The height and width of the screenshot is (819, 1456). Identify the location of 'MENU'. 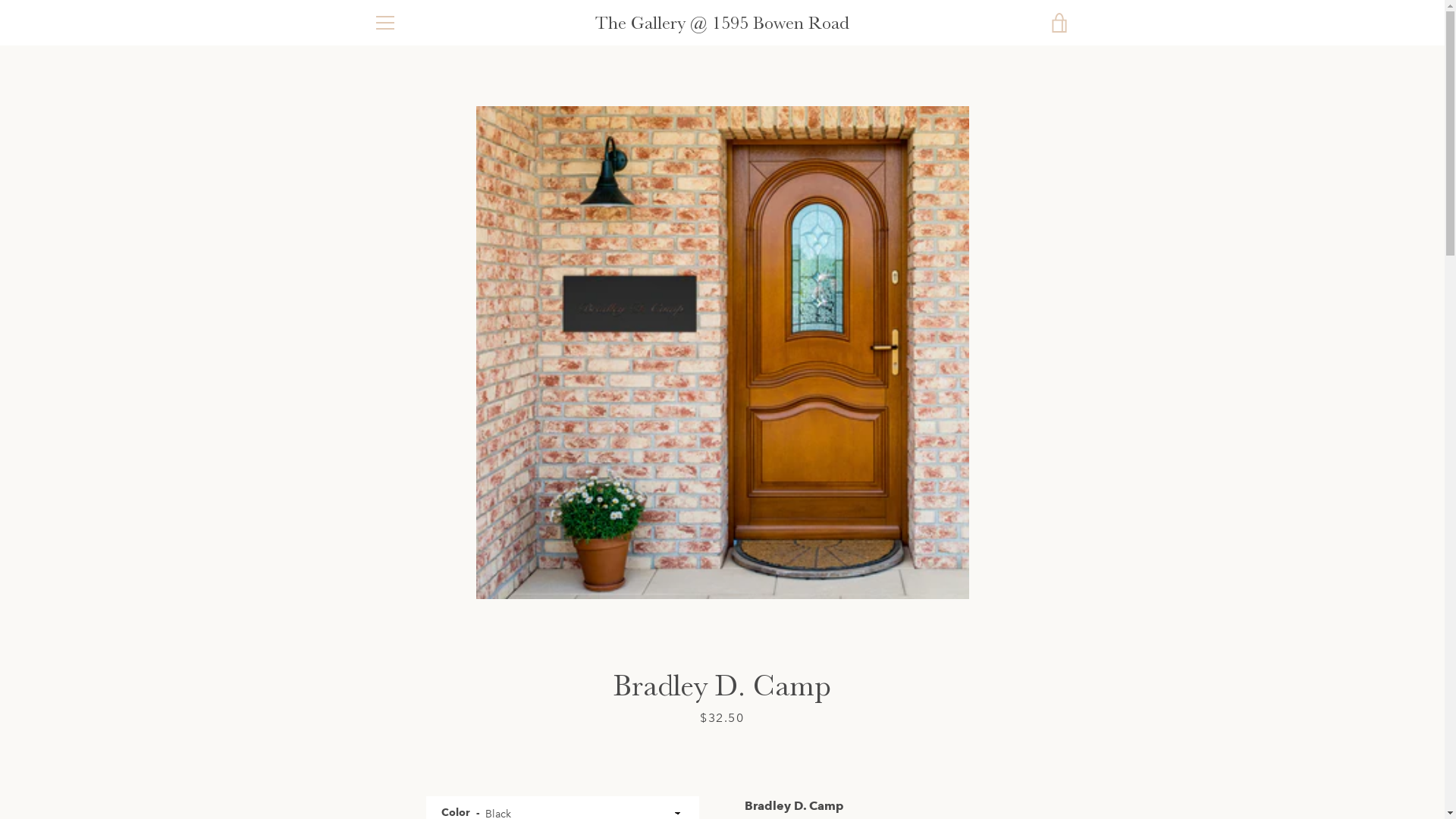
(384, 23).